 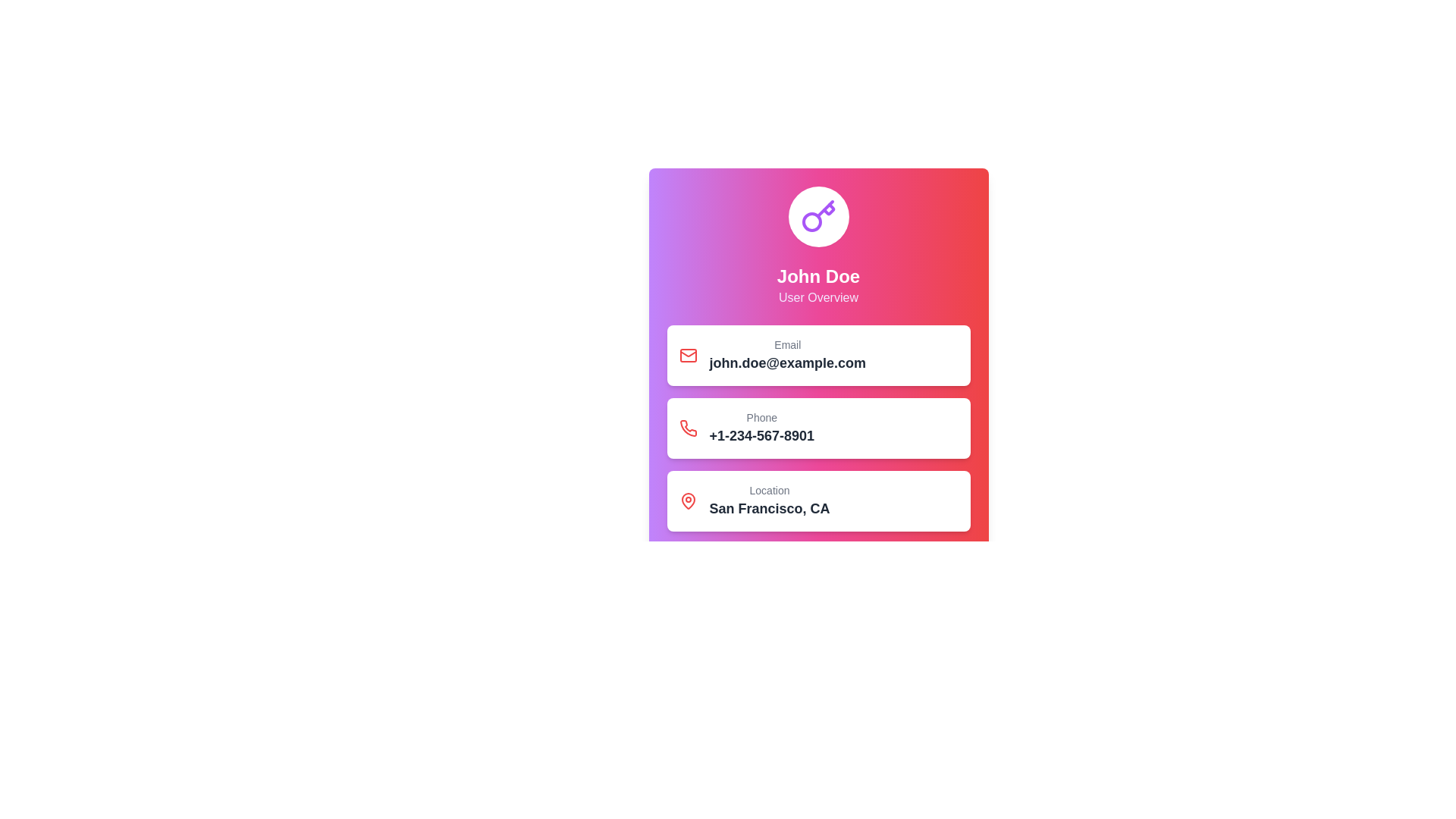 What do you see at coordinates (770, 500) in the screenshot?
I see `the Location text block displaying 'Location' in gray above 'San Francisco, CA' in black, which is the fourth highlighted block on the card` at bounding box center [770, 500].